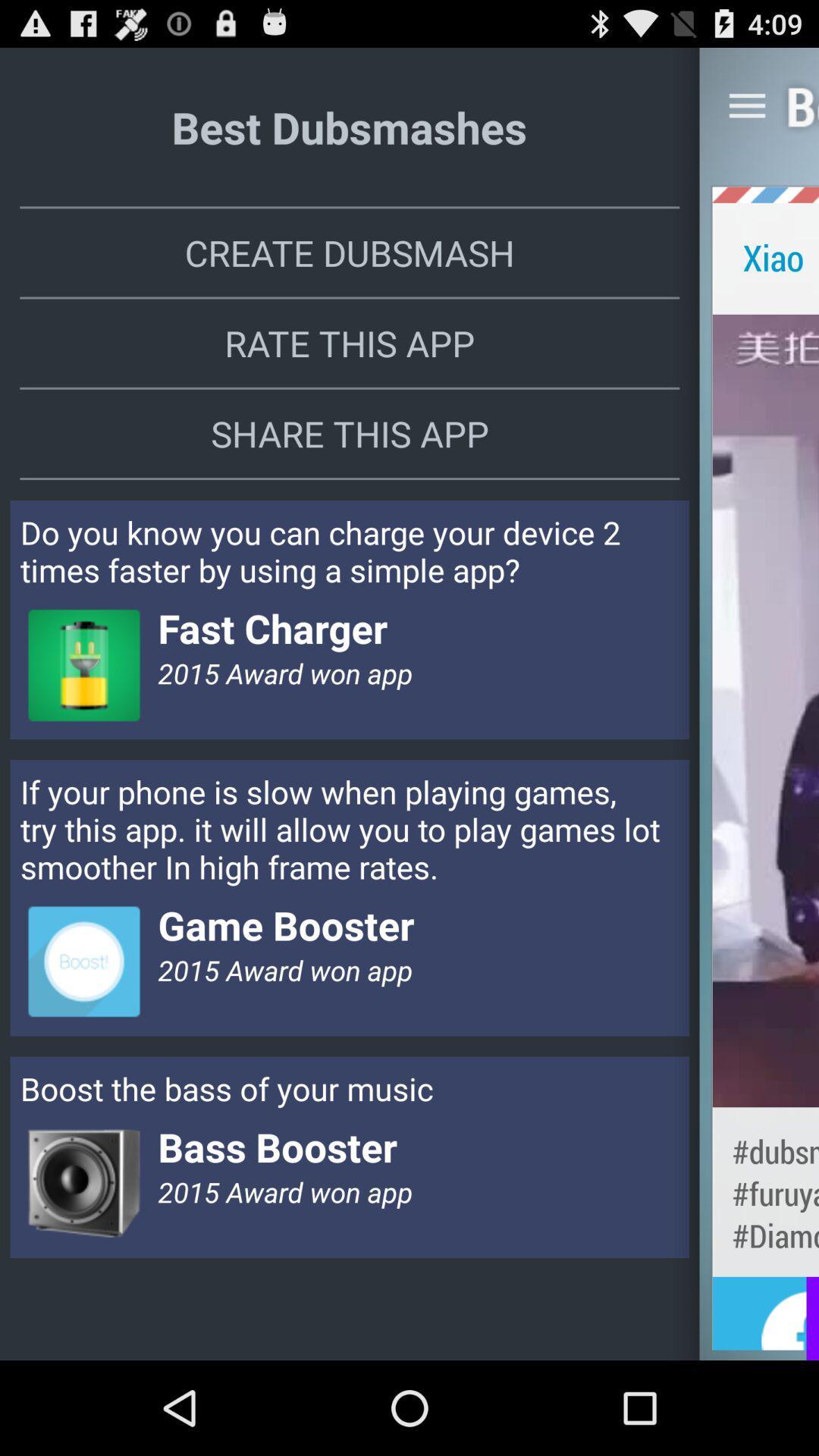 The height and width of the screenshot is (1456, 819). What do you see at coordinates (746, 112) in the screenshot?
I see `the menu icon` at bounding box center [746, 112].